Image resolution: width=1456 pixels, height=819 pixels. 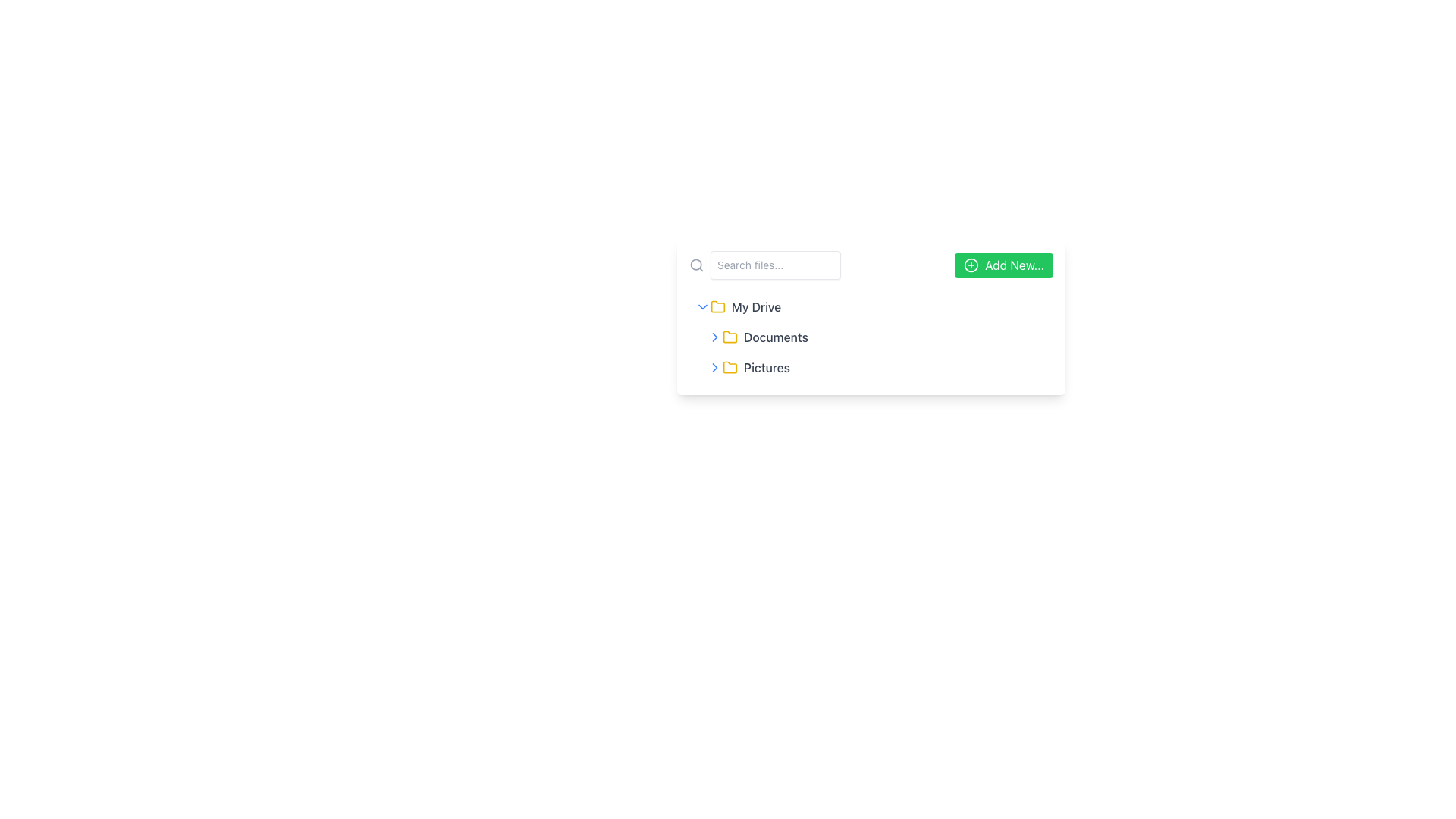 I want to click on the yellow folder icon with a minimalist design located in the 'My Drive' section, positioned as the third element in the row, so click(x=717, y=307).